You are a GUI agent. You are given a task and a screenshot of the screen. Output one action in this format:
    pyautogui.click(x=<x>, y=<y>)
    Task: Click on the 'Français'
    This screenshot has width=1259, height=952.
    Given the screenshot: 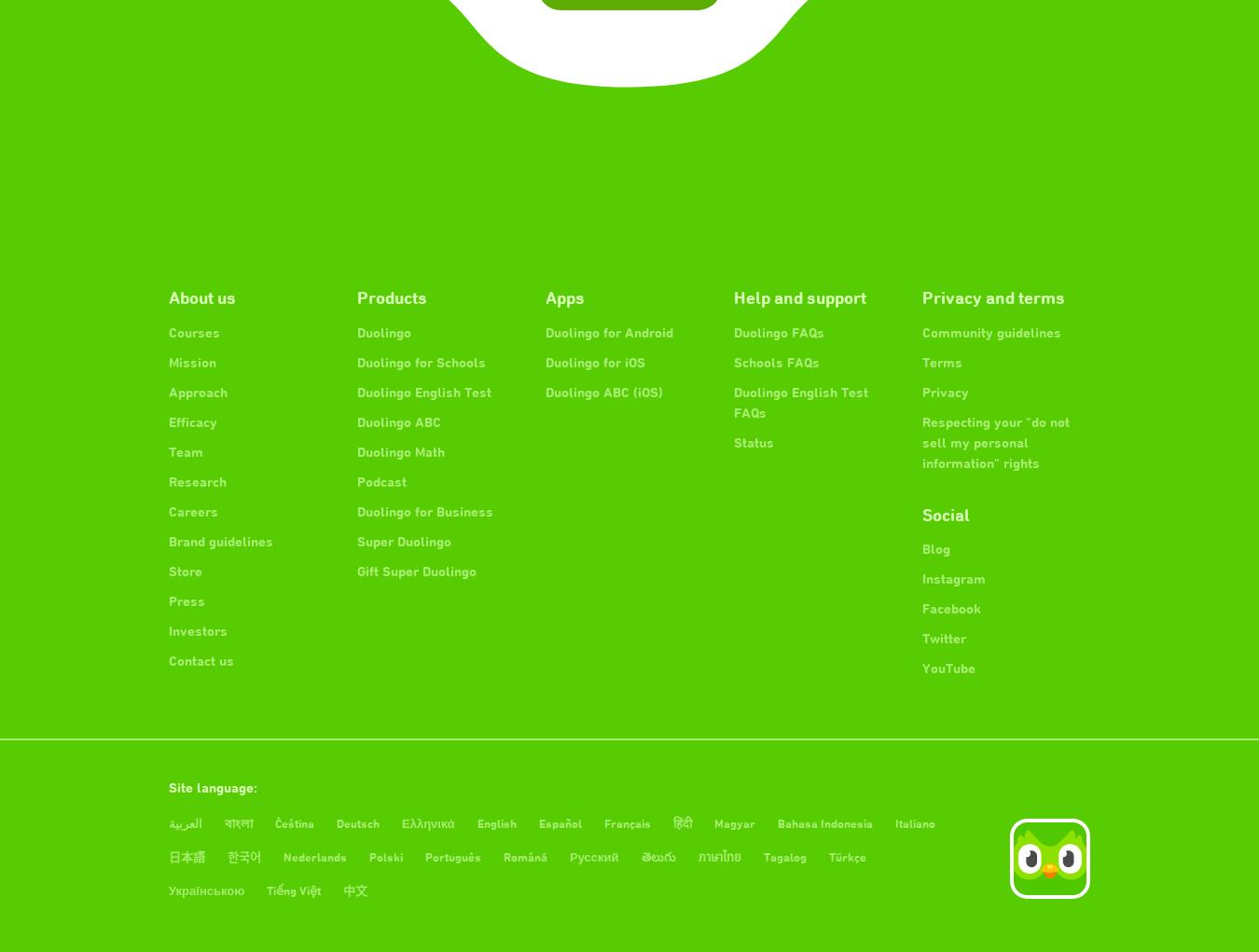 What is the action you would take?
    pyautogui.click(x=603, y=822)
    